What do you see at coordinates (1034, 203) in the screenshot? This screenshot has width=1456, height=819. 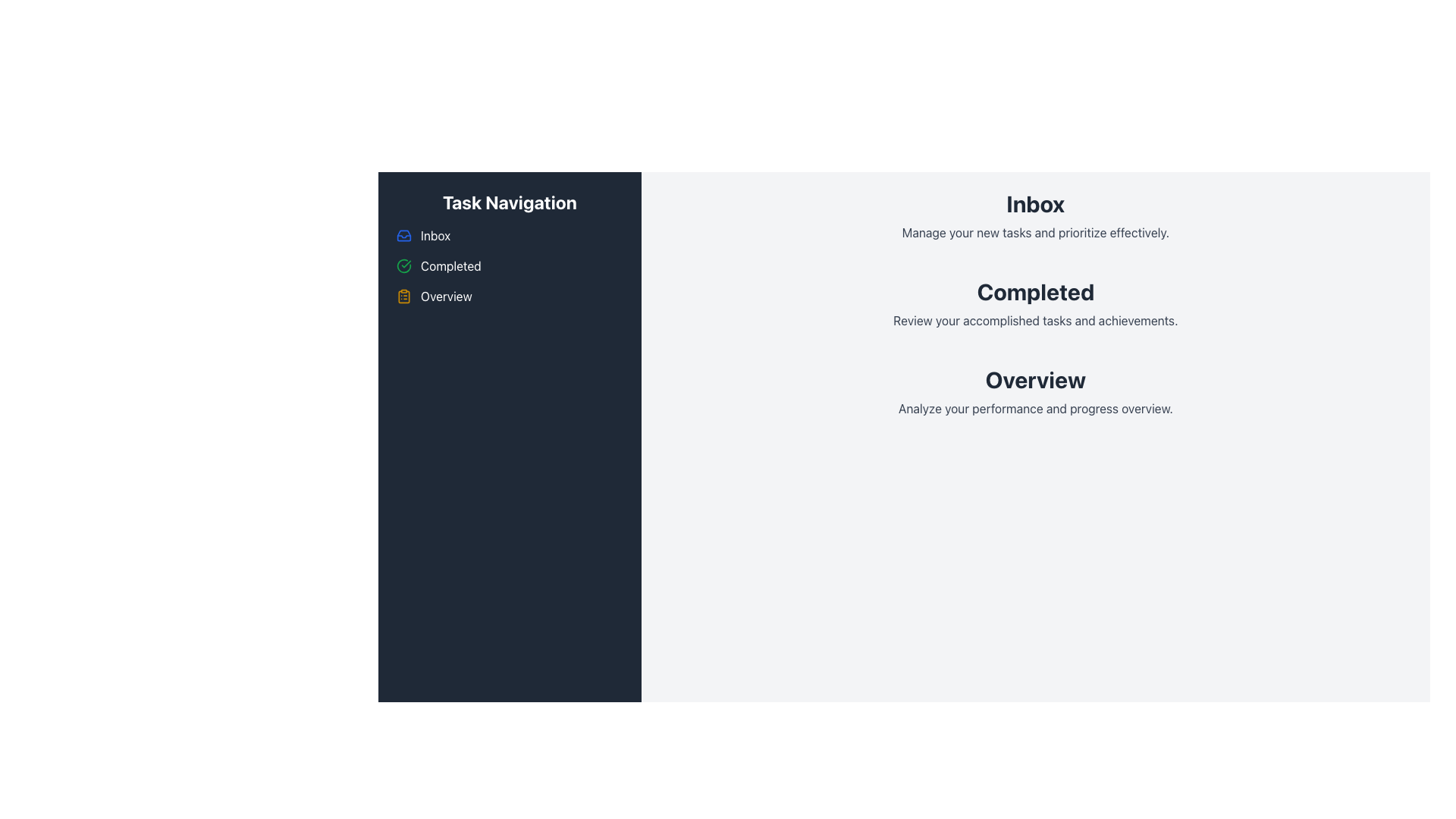 I see `the 'Inbox' text label, which serves as the title for the section` at bounding box center [1034, 203].